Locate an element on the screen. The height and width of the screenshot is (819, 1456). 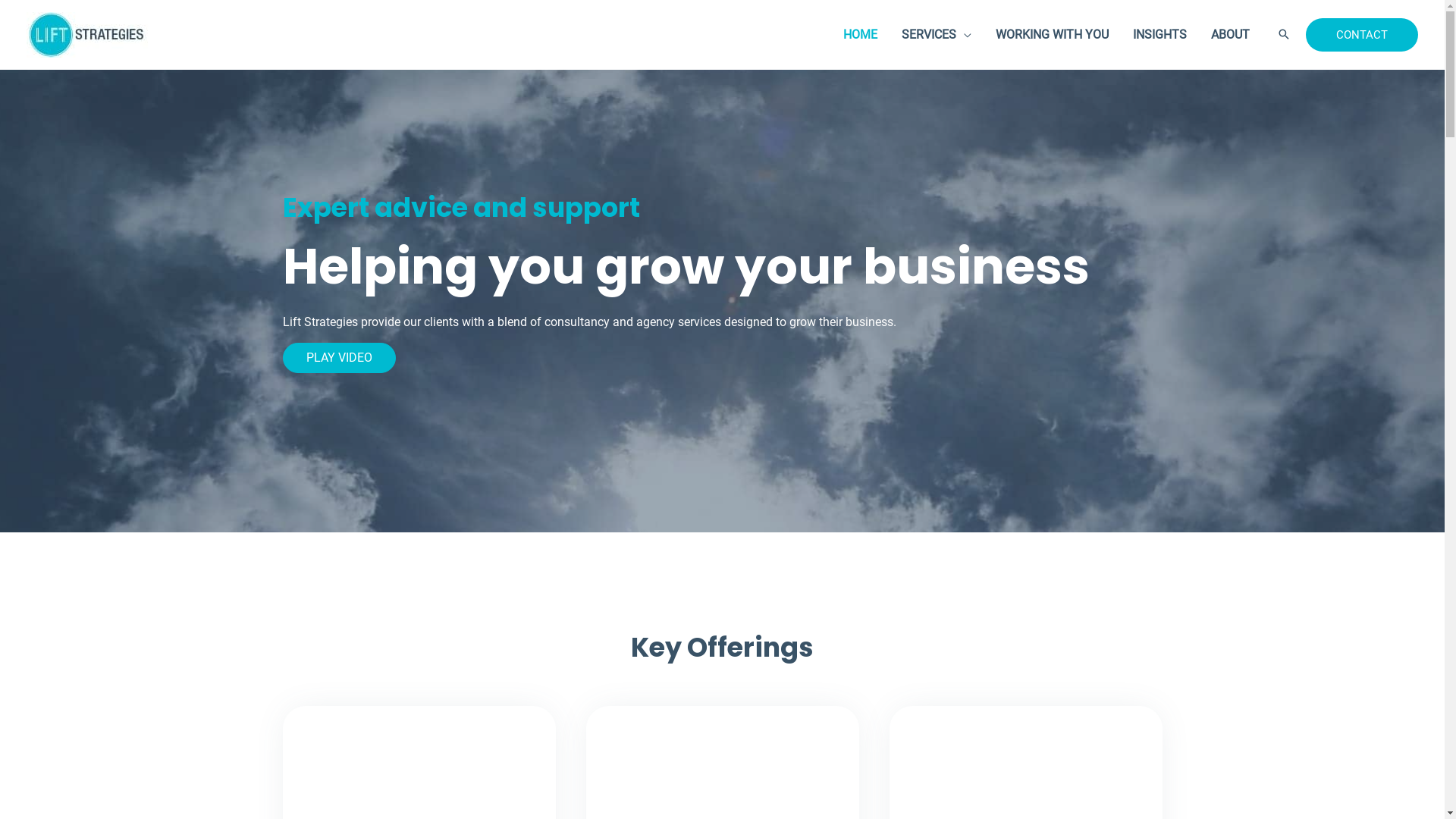
'CONTACT' is located at coordinates (1361, 34).